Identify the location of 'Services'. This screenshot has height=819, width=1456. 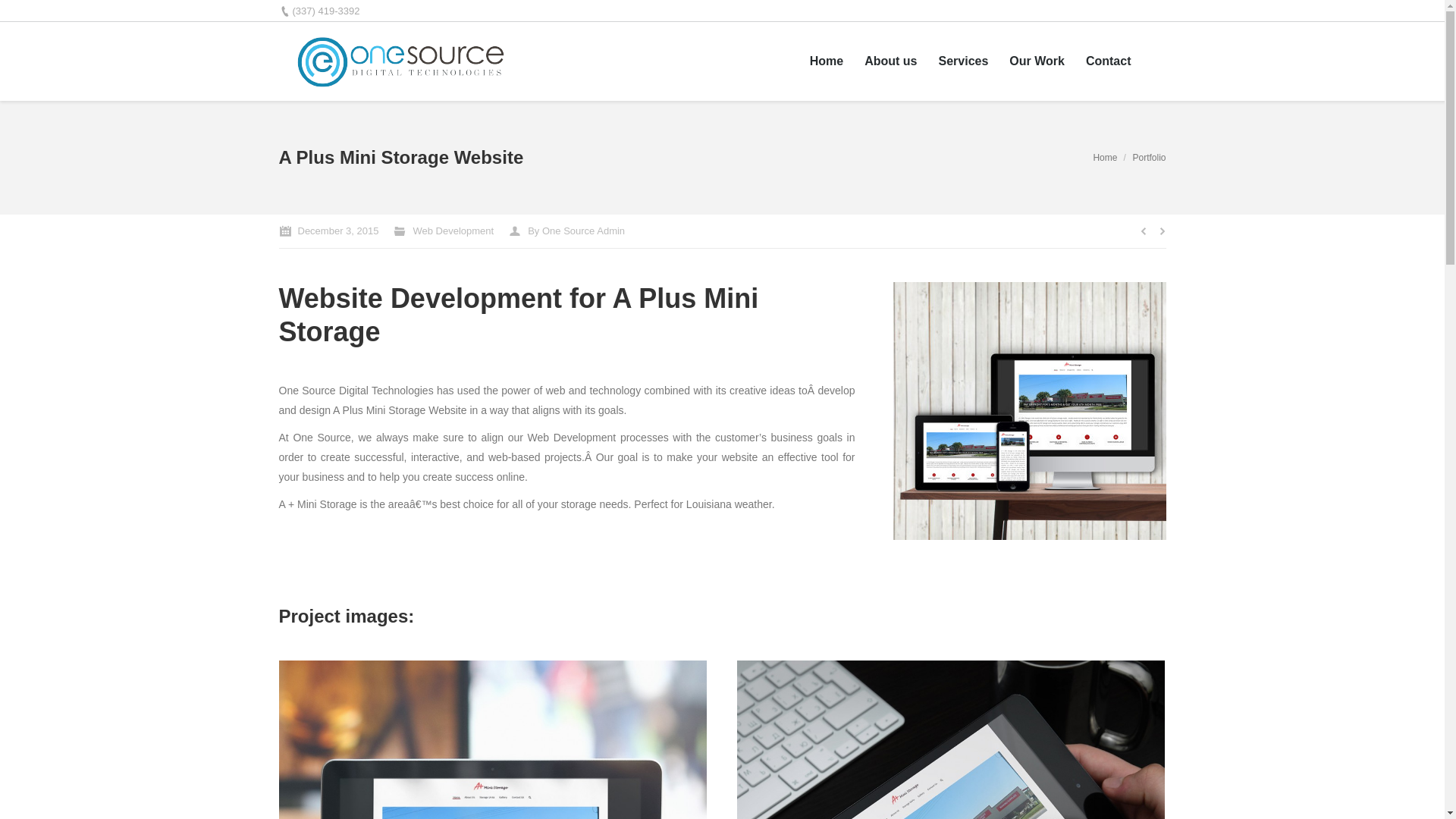
(962, 61).